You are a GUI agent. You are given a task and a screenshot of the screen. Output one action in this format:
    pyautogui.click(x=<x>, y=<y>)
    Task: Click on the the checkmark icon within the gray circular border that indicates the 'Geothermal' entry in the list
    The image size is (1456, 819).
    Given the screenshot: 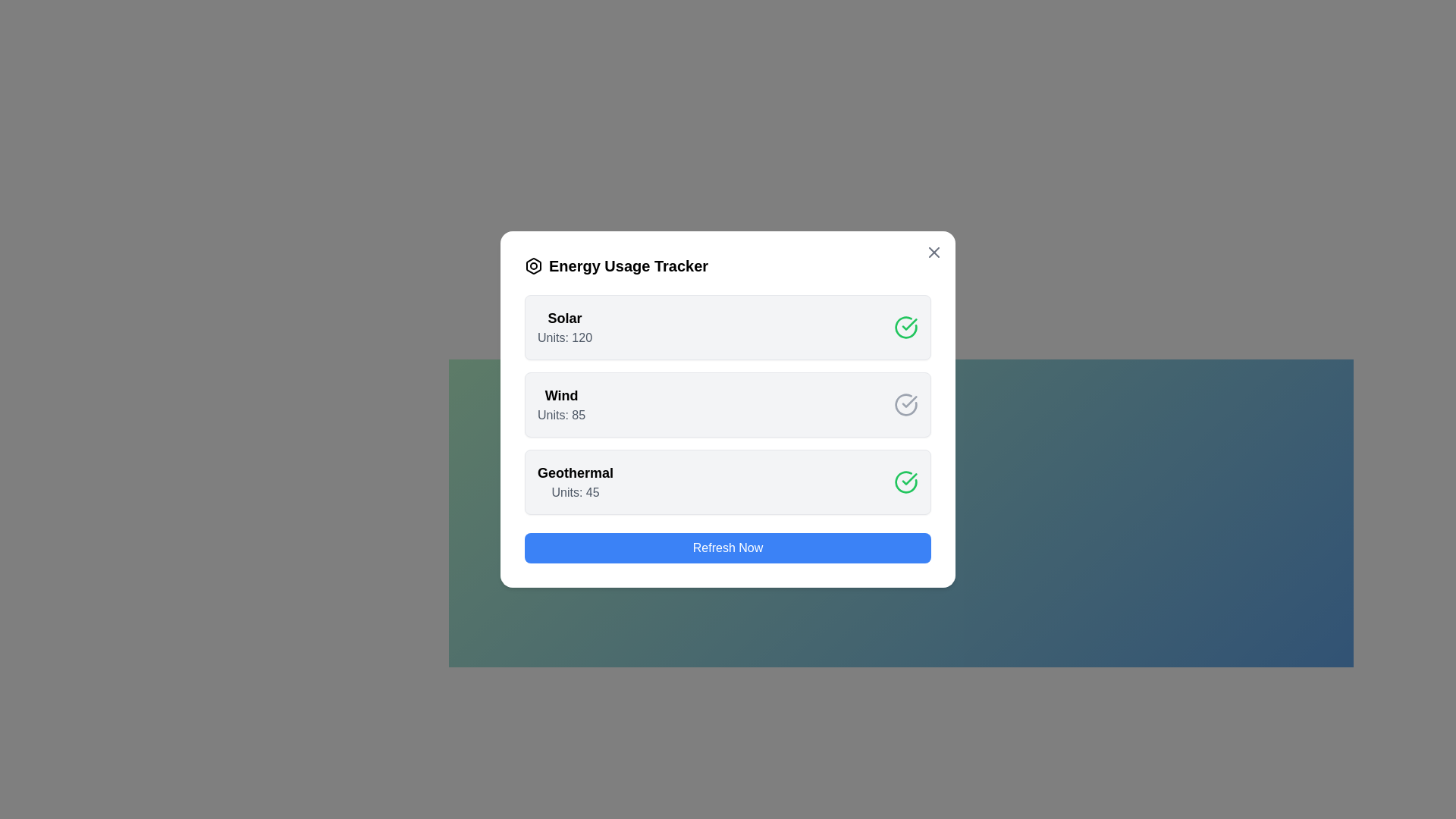 What is the action you would take?
    pyautogui.click(x=909, y=400)
    